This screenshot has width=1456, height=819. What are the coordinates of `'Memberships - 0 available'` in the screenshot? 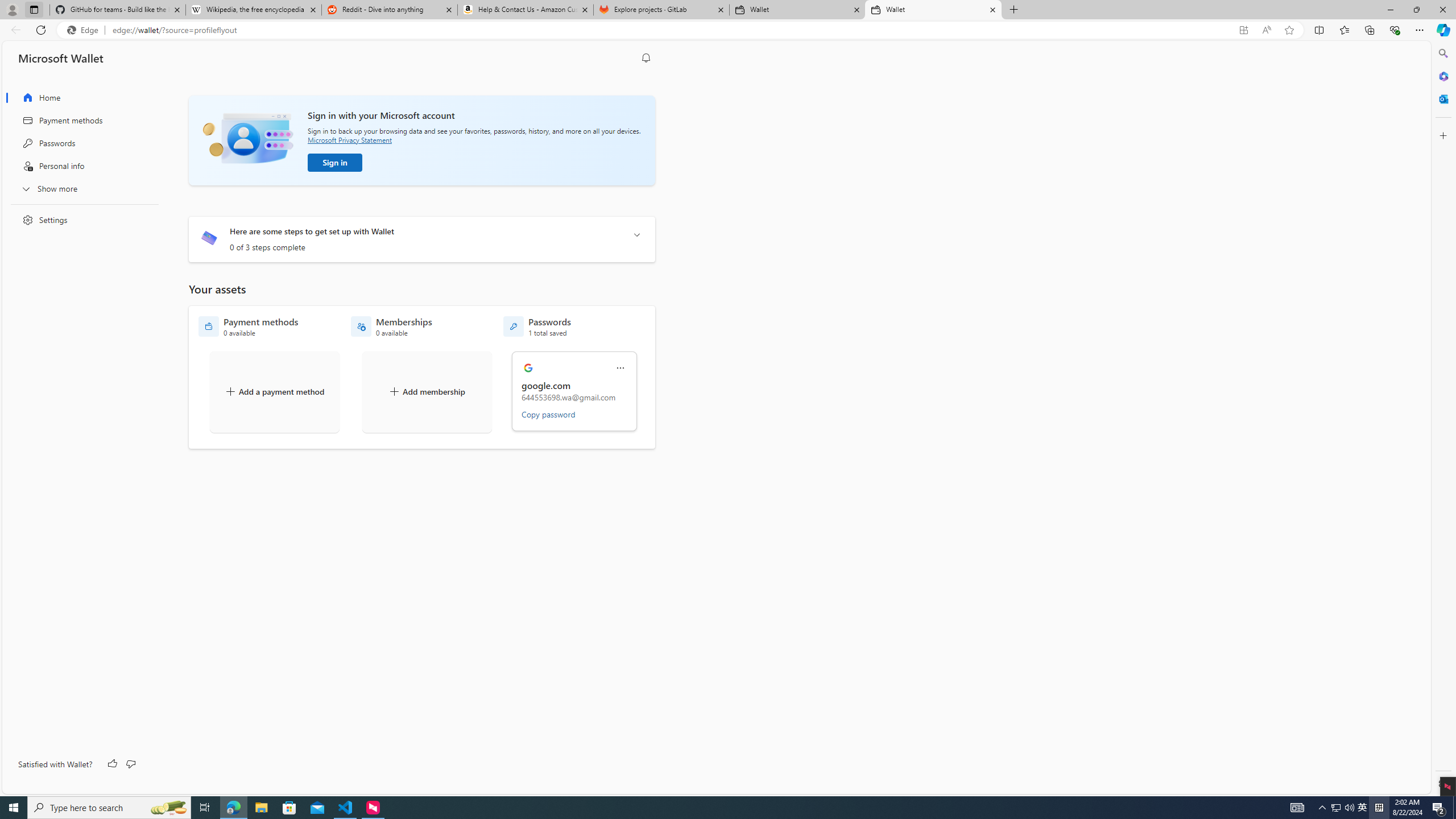 It's located at (391, 326).